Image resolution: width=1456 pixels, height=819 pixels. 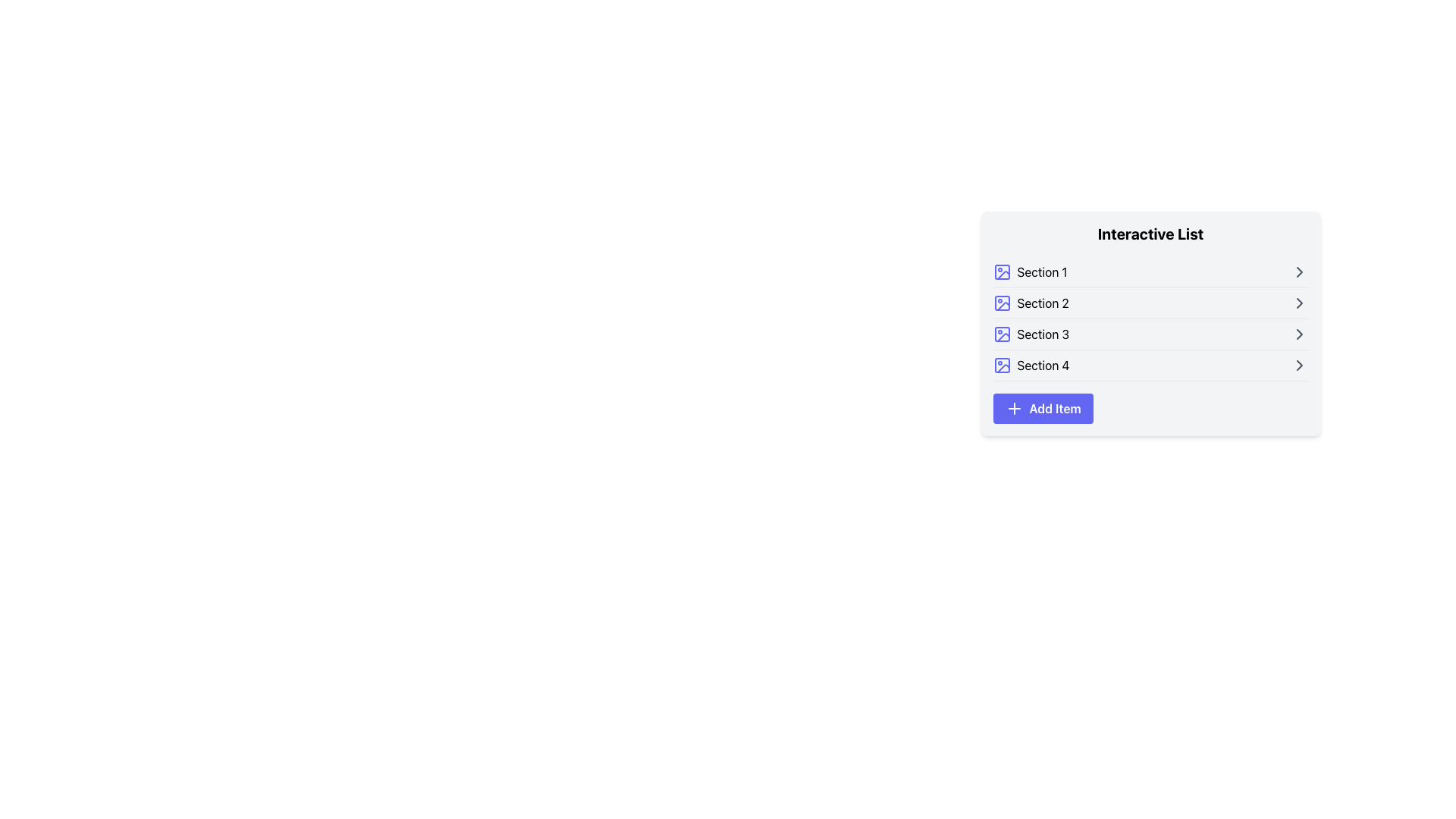 What do you see at coordinates (1030, 271) in the screenshot?
I see `the first item in the 'Interactive List' which is labeled 'Section 1' and includes an associated graphical icon` at bounding box center [1030, 271].